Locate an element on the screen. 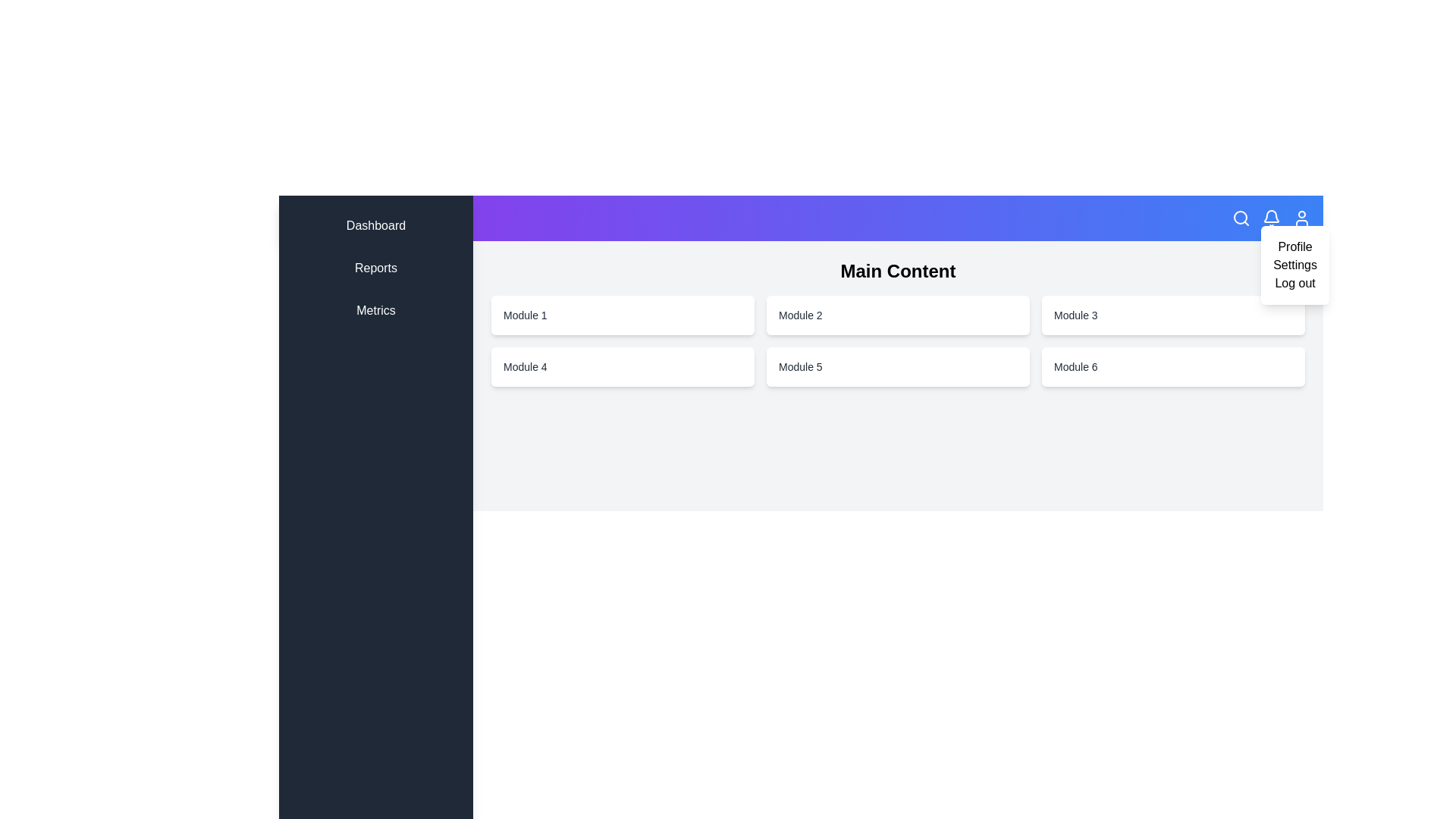  the Card element representing 'Module 3' located in the first row and third column of the grid layout is located at coordinates (1172, 315).